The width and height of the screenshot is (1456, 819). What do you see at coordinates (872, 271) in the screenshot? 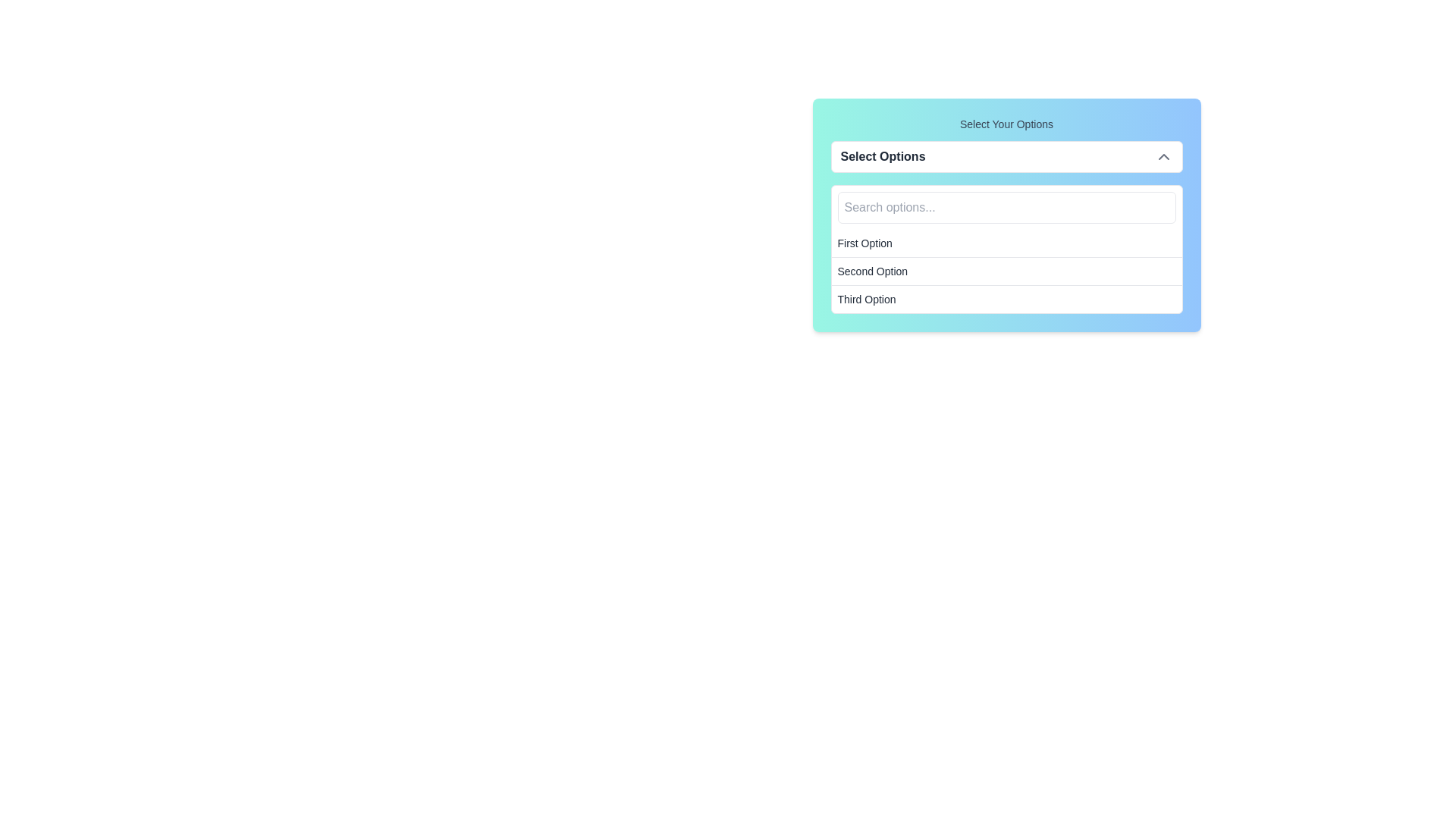
I see `text from the Text Label that contains the words 'Second Option', which is styled in bold and dark gray, located below the 'First Option' in the dropdown menu` at bounding box center [872, 271].